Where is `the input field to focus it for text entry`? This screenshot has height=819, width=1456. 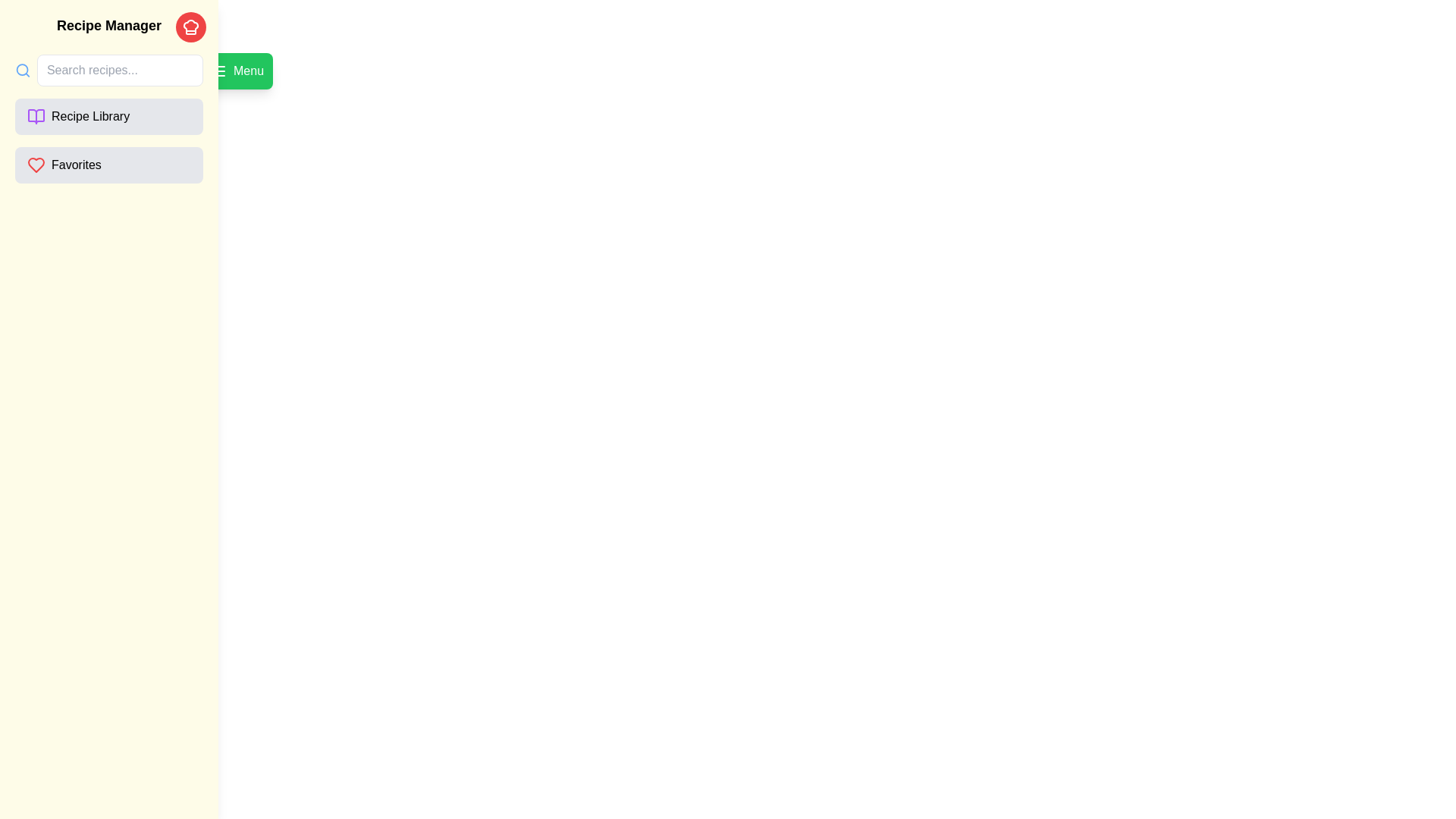
the input field to focus it for text entry is located at coordinates (119, 70).